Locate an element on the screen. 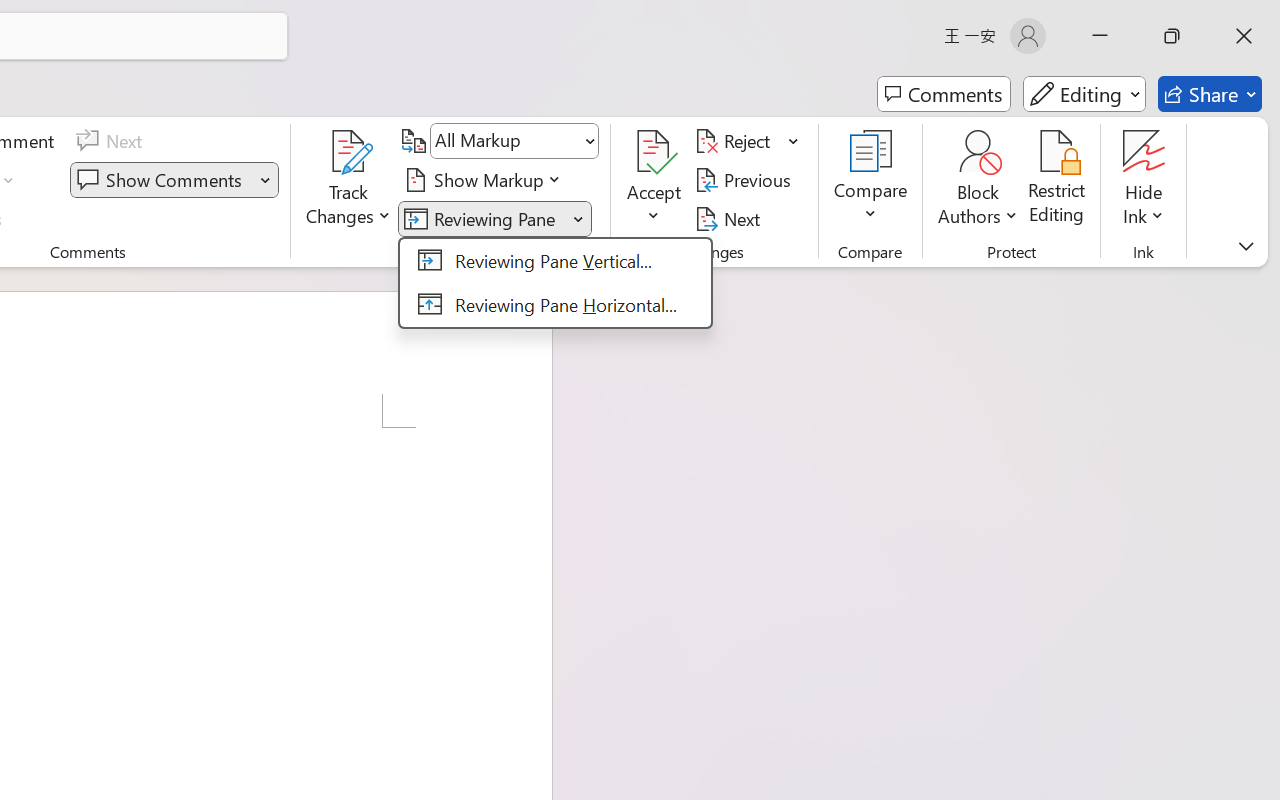 The image size is (1280, 800). 'Hide Ink' is located at coordinates (1144, 179).